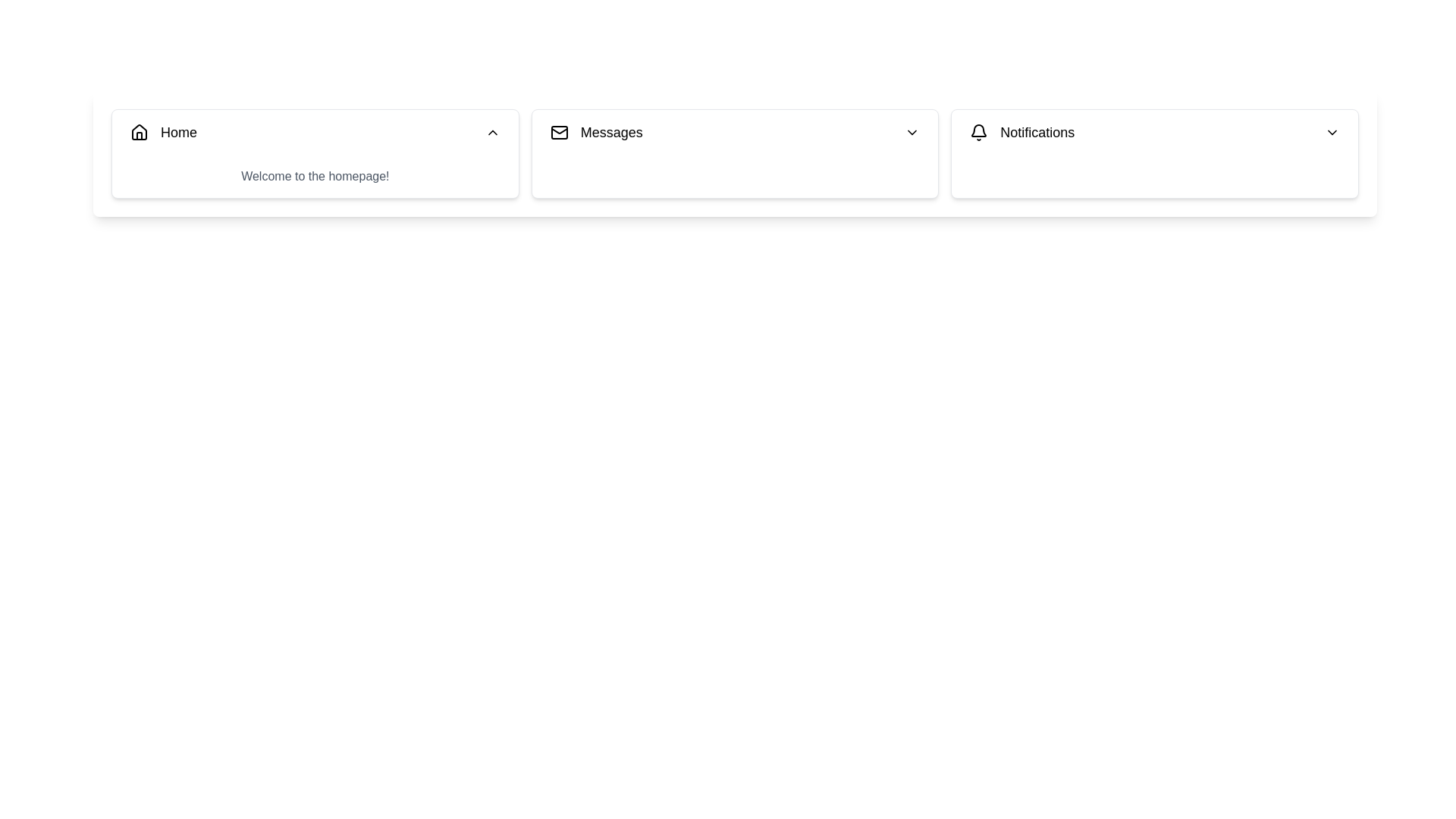 The height and width of the screenshot is (819, 1456). What do you see at coordinates (558, 131) in the screenshot?
I see `the envelope icon representing mail in the Messages section of the top row interface` at bounding box center [558, 131].